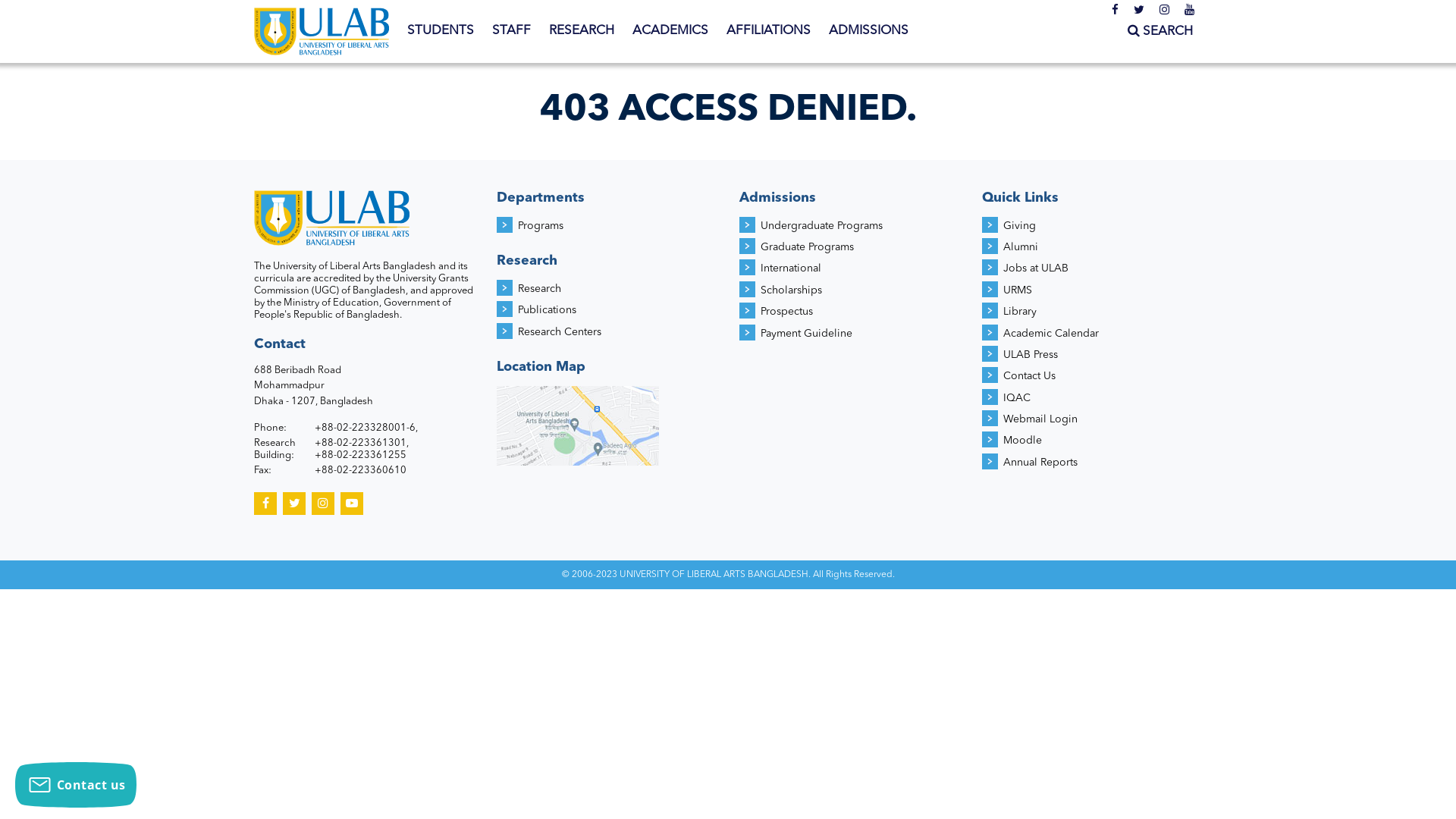  What do you see at coordinates (559, 331) in the screenshot?
I see `'Research Centers'` at bounding box center [559, 331].